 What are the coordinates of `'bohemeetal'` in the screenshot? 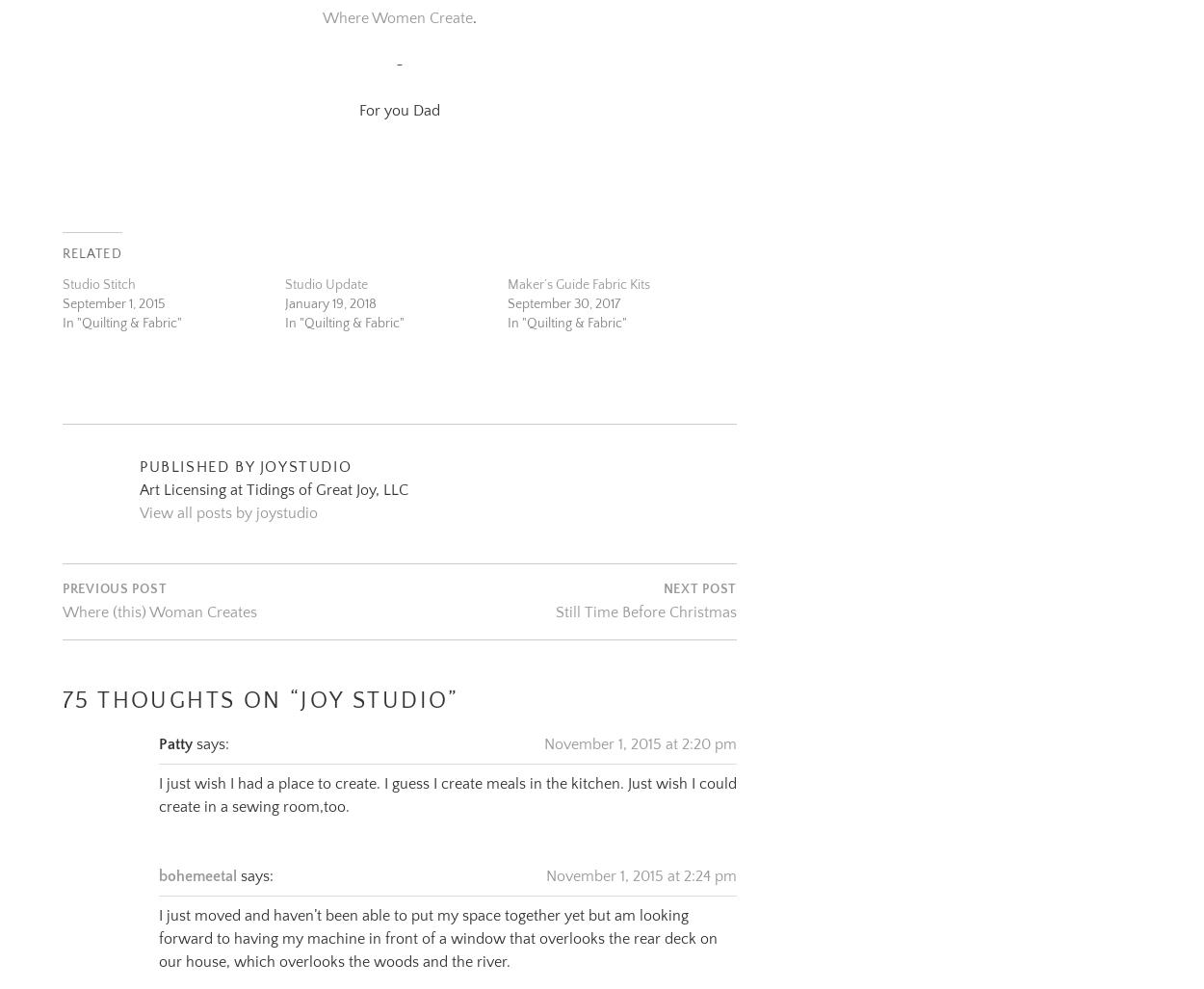 It's located at (159, 850).